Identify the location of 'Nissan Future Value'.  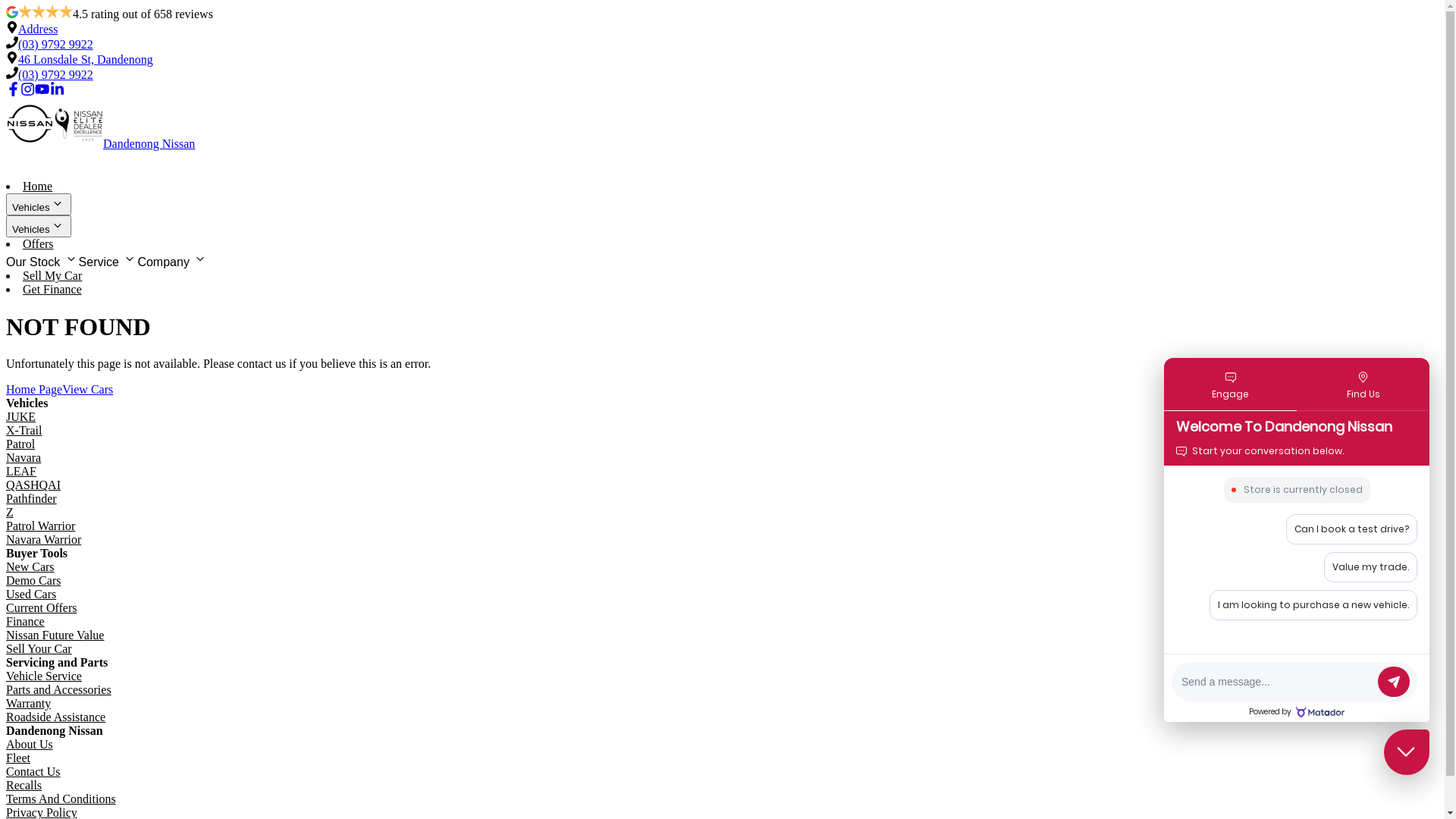
(6, 635).